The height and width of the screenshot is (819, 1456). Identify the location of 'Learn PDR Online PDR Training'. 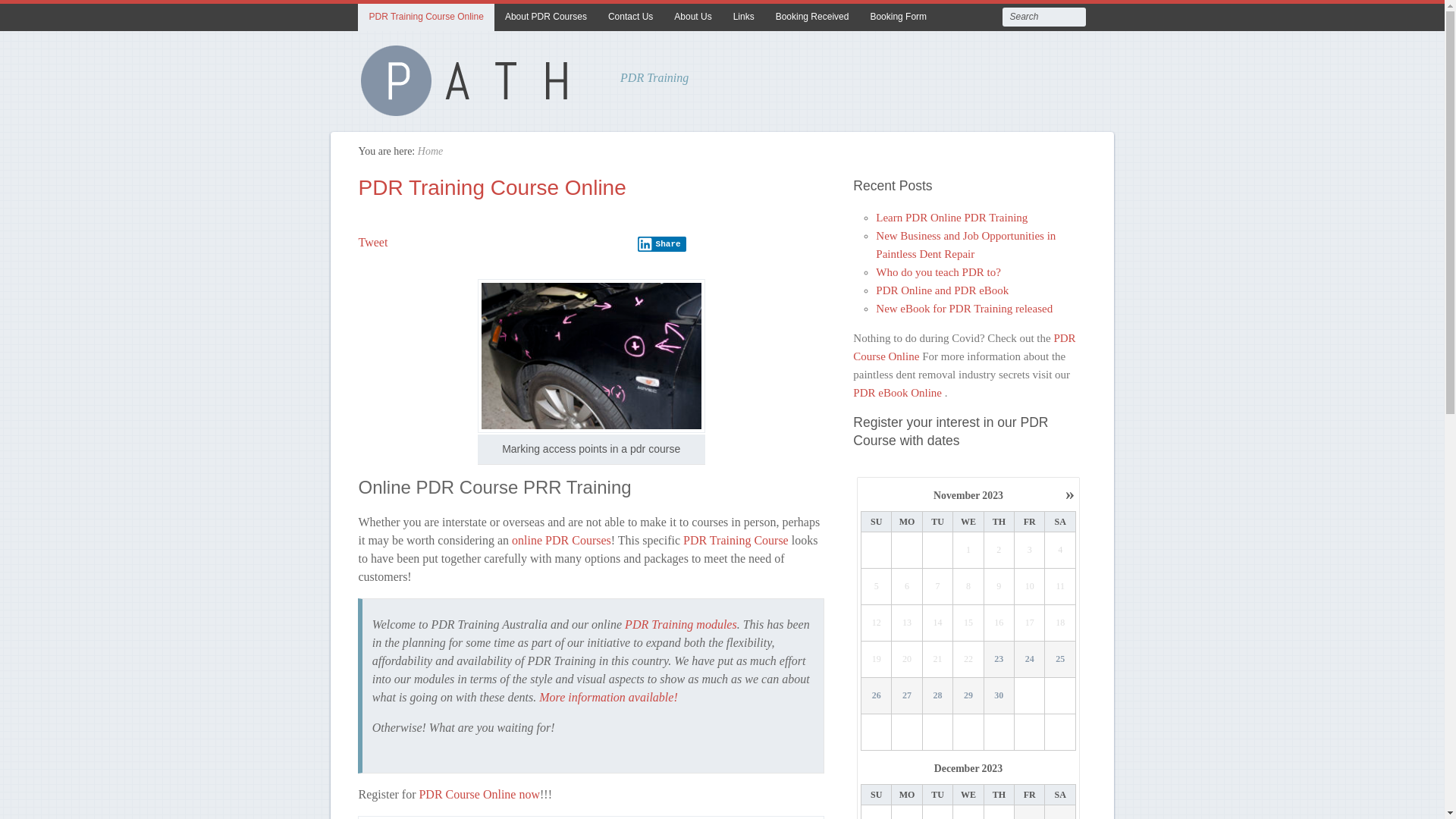
(950, 217).